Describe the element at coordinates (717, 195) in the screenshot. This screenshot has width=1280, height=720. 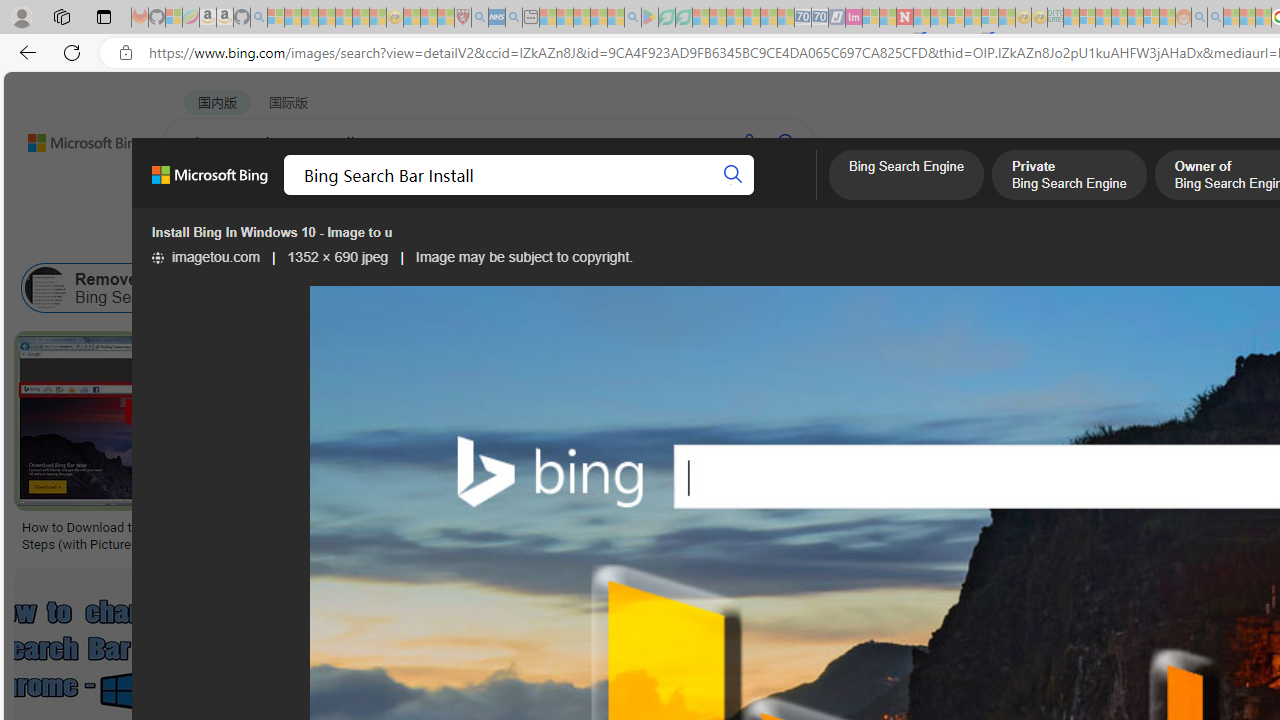
I see `'DICT'` at that location.